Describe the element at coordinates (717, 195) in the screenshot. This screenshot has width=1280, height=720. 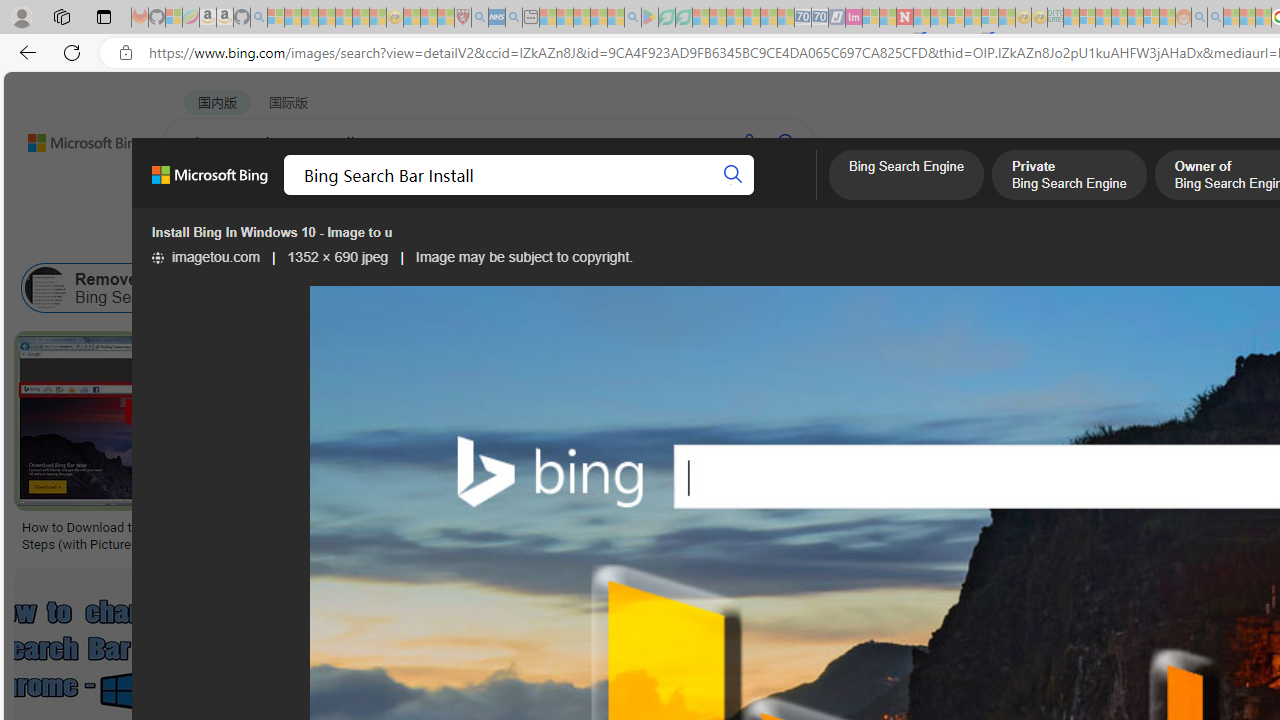
I see `'DICT'` at that location.